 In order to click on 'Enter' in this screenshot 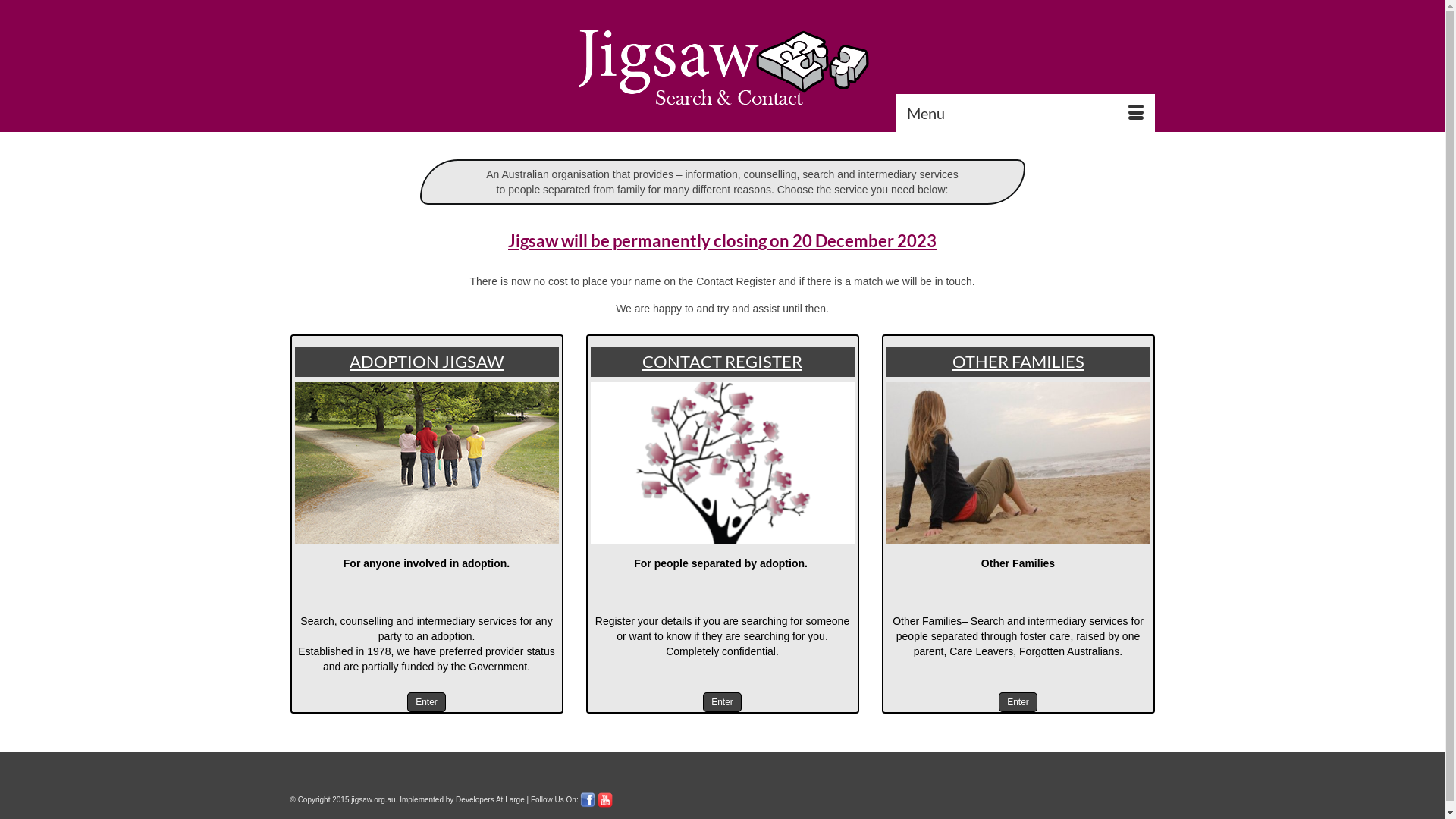, I will do `click(425, 701)`.